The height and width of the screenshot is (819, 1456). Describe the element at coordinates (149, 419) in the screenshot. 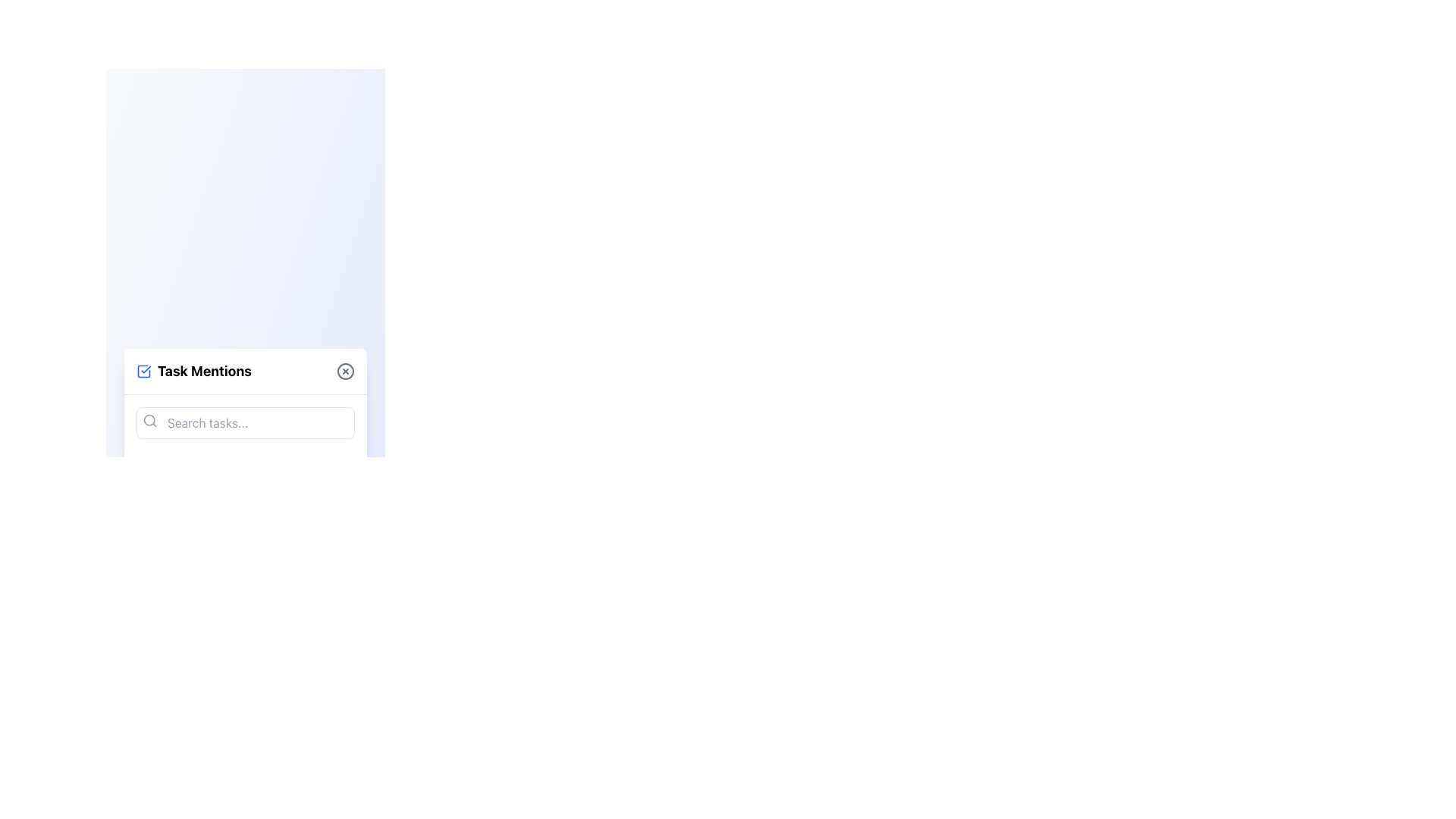

I see `the SVG circle element that represents the lens portion of the magnifying glass in the search icon located at the top-left of the 'Search tasks...' input box` at that location.